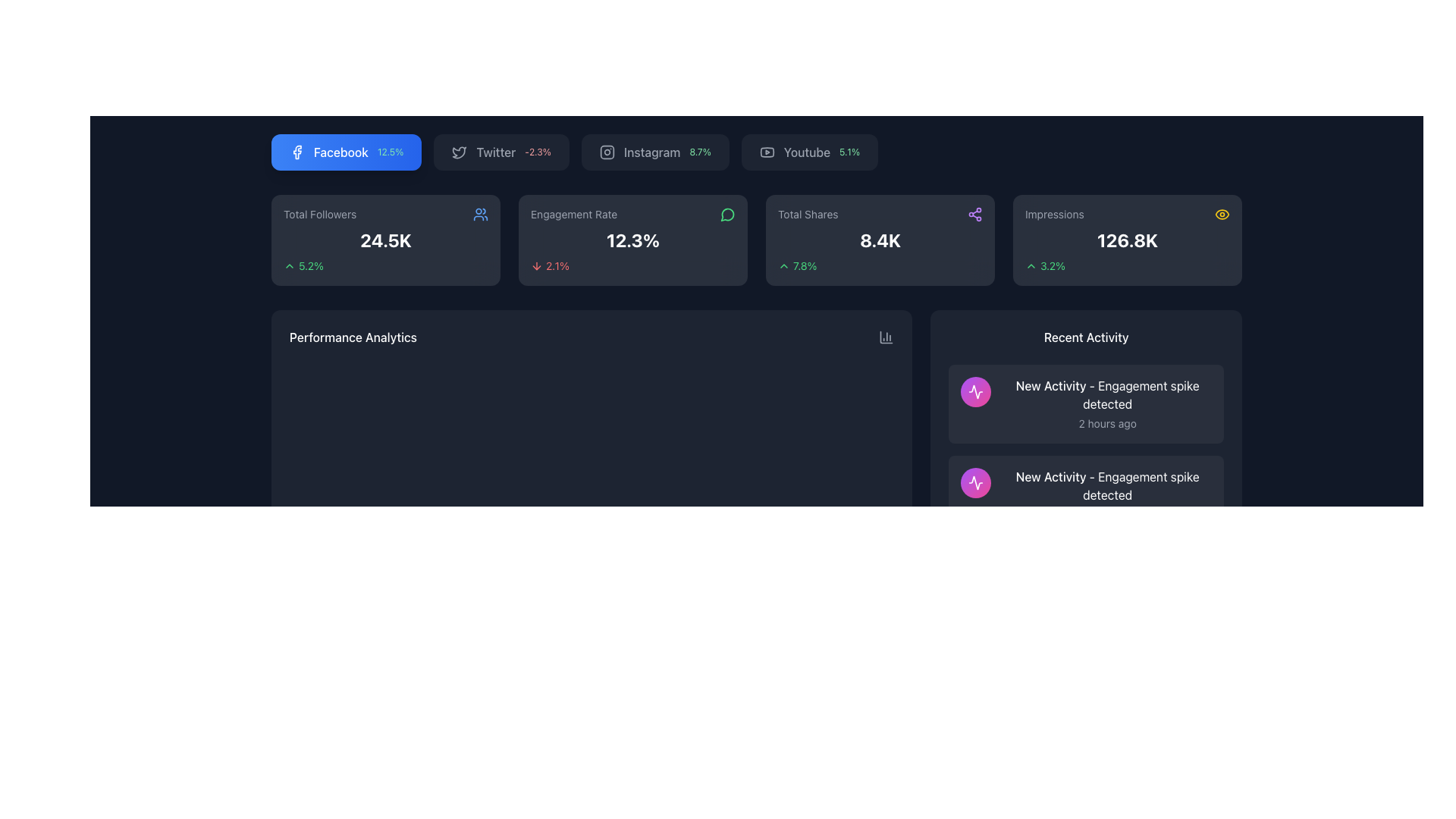 Image resolution: width=1456 pixels, height=819 pixels. What do you see at coordinates (652, 152) in the screenshot?
I see `the Text label that identifies the name of the social media platform, positioned between the Instagram logo icon and the '8.7%' text, to assist users in understanding the displayed data` at bounding box center [652, 152].